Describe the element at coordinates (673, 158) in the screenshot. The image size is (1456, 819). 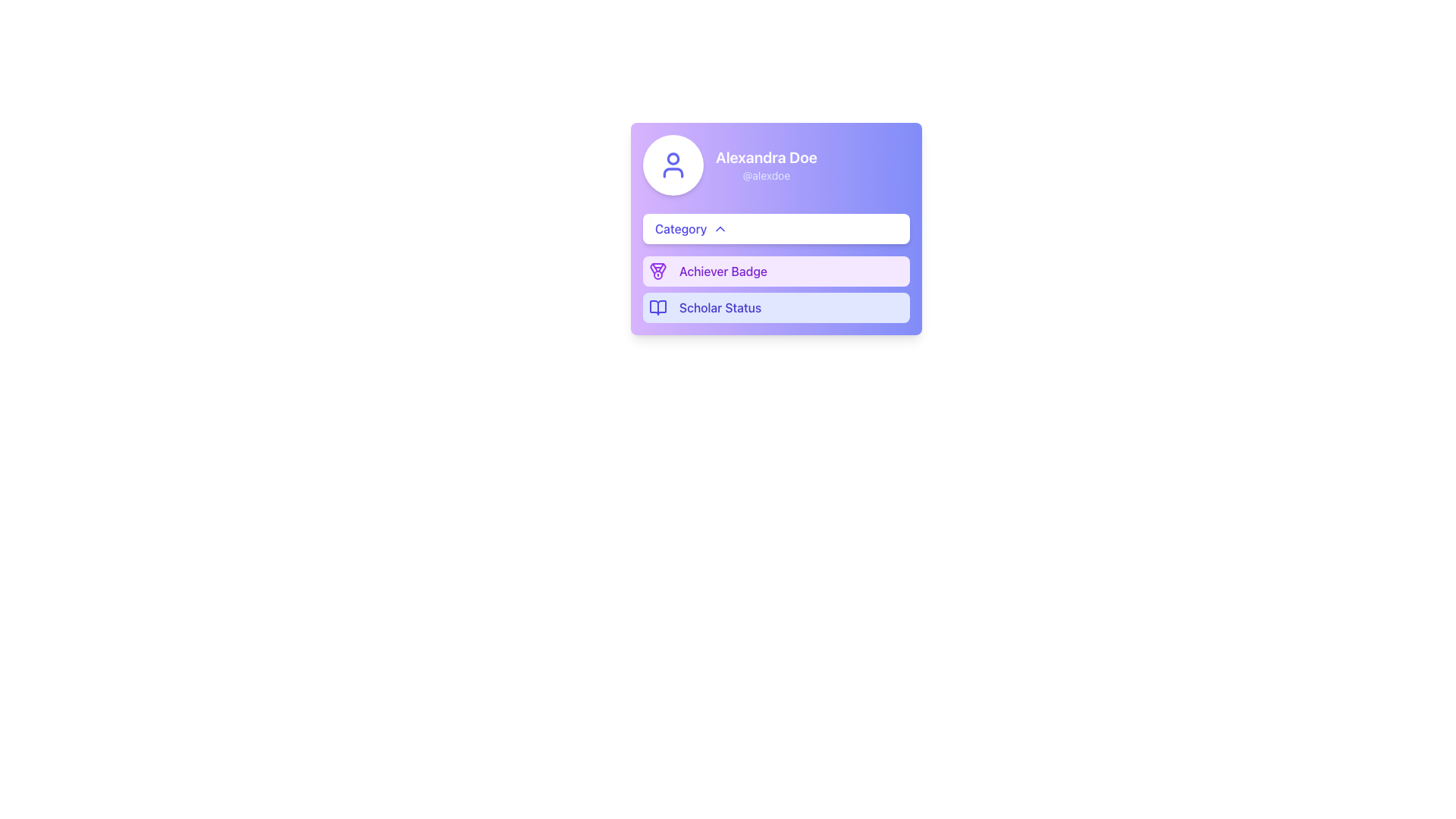
I see `the circular profile icon located at the top-left section of the card component, which features a purple background and is positioned adjacent to a textual header displaying user details` at that location.